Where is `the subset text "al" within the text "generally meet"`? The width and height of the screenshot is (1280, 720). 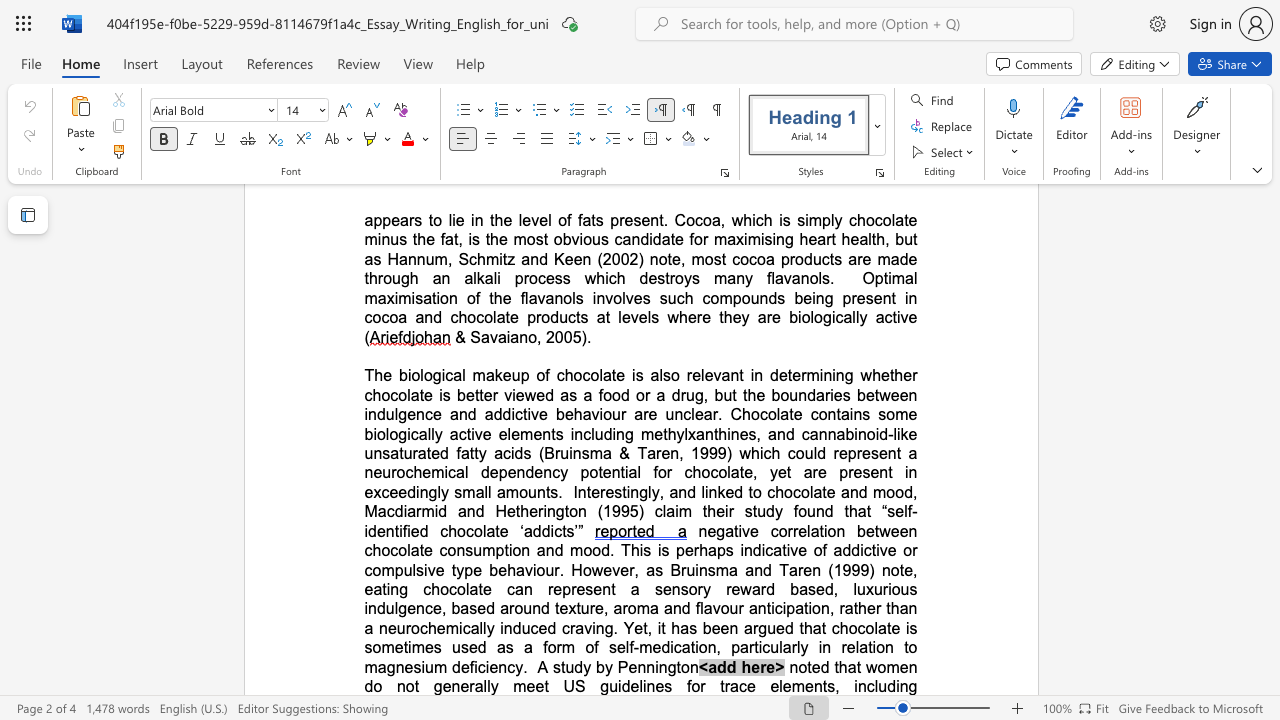
the subset text "al" within the text "generally meet" is located at coordinates (473, 685).